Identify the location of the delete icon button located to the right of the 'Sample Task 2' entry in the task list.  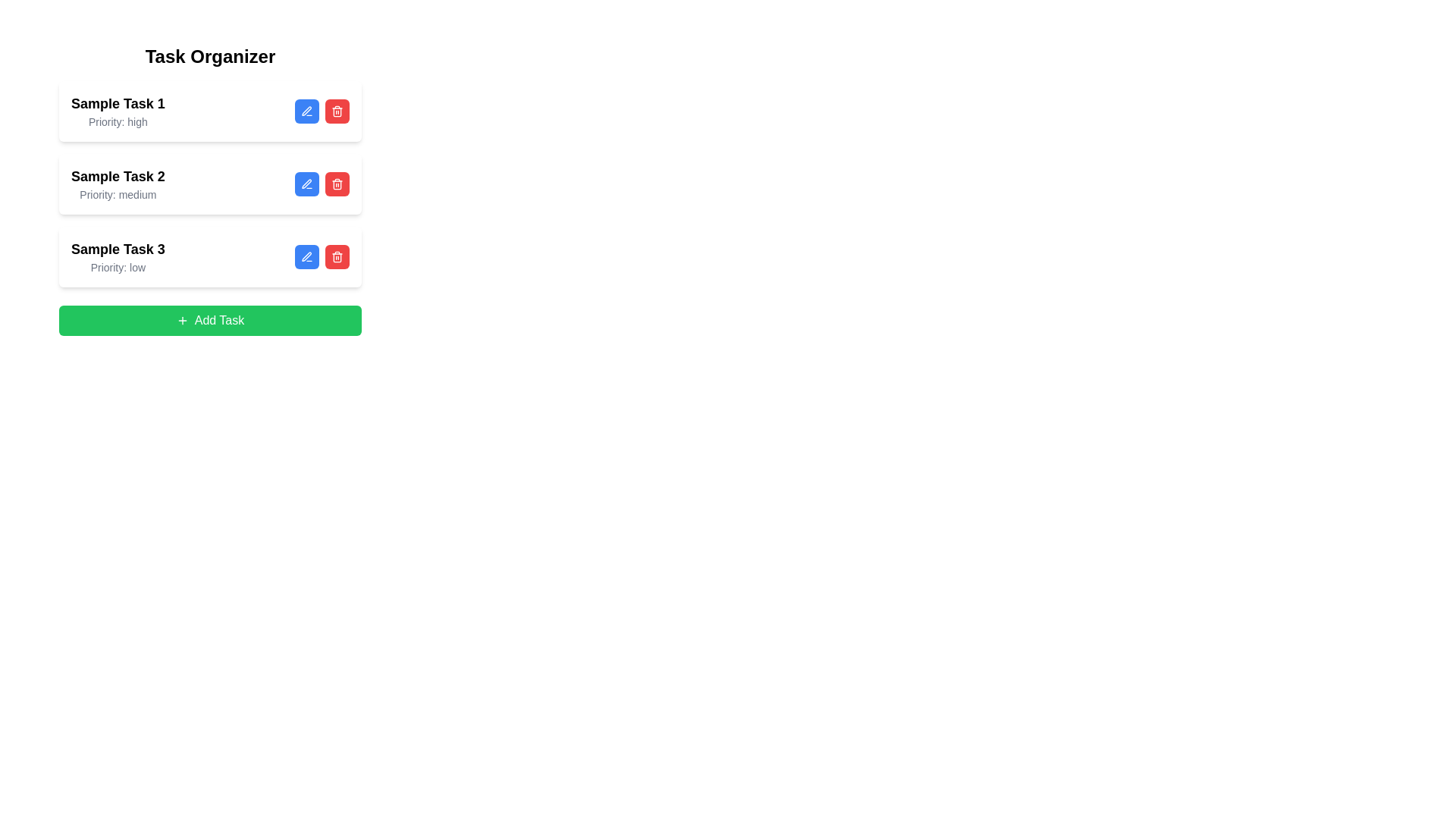
(337, 184).